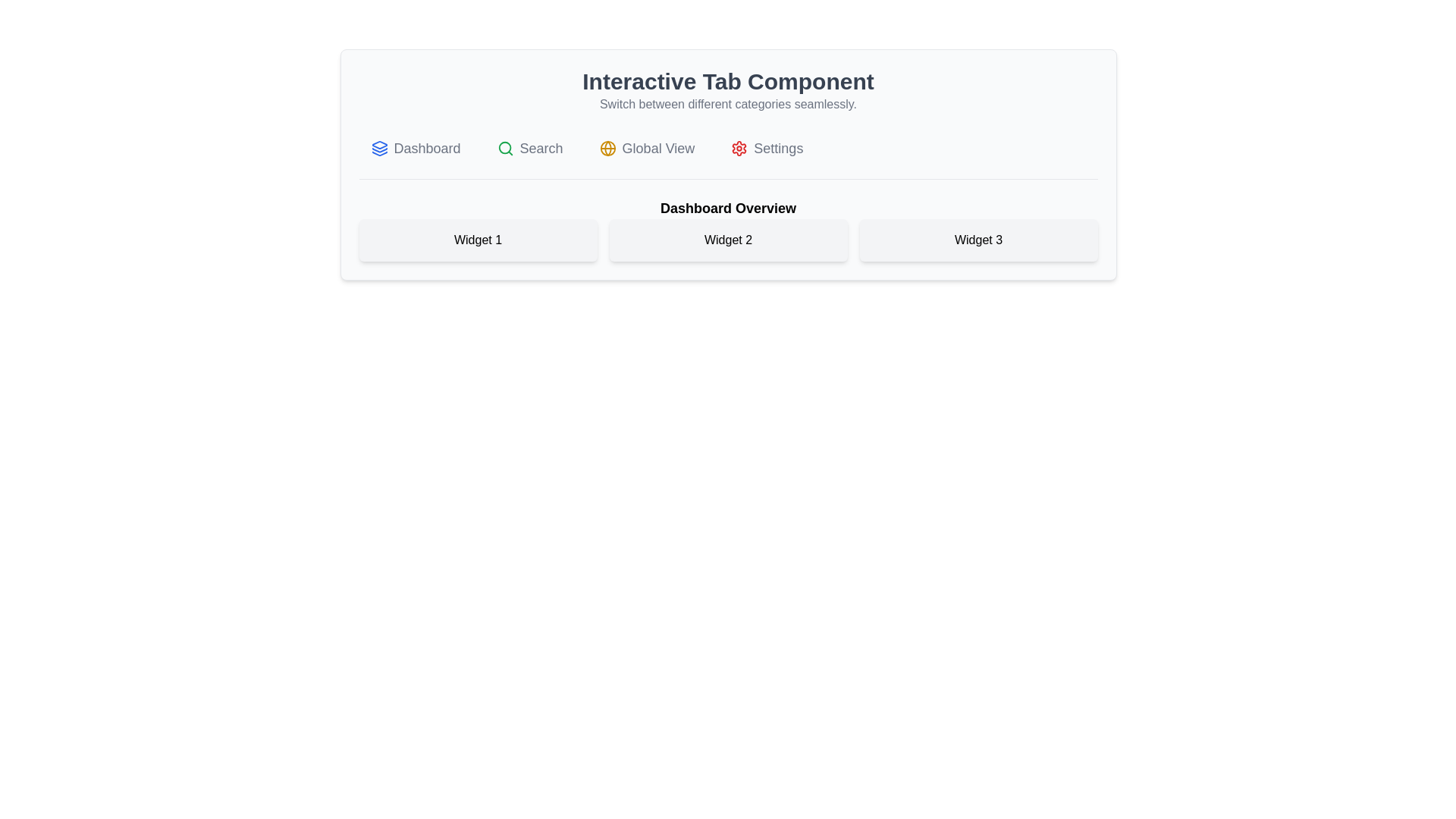 The height and width of the screenshot is (819, 1456). I want to click on the 'Settings' text label located in the navigation bar, which is styled in medium font and positioned to the right of a cogwheel icon, so click(778, 149).